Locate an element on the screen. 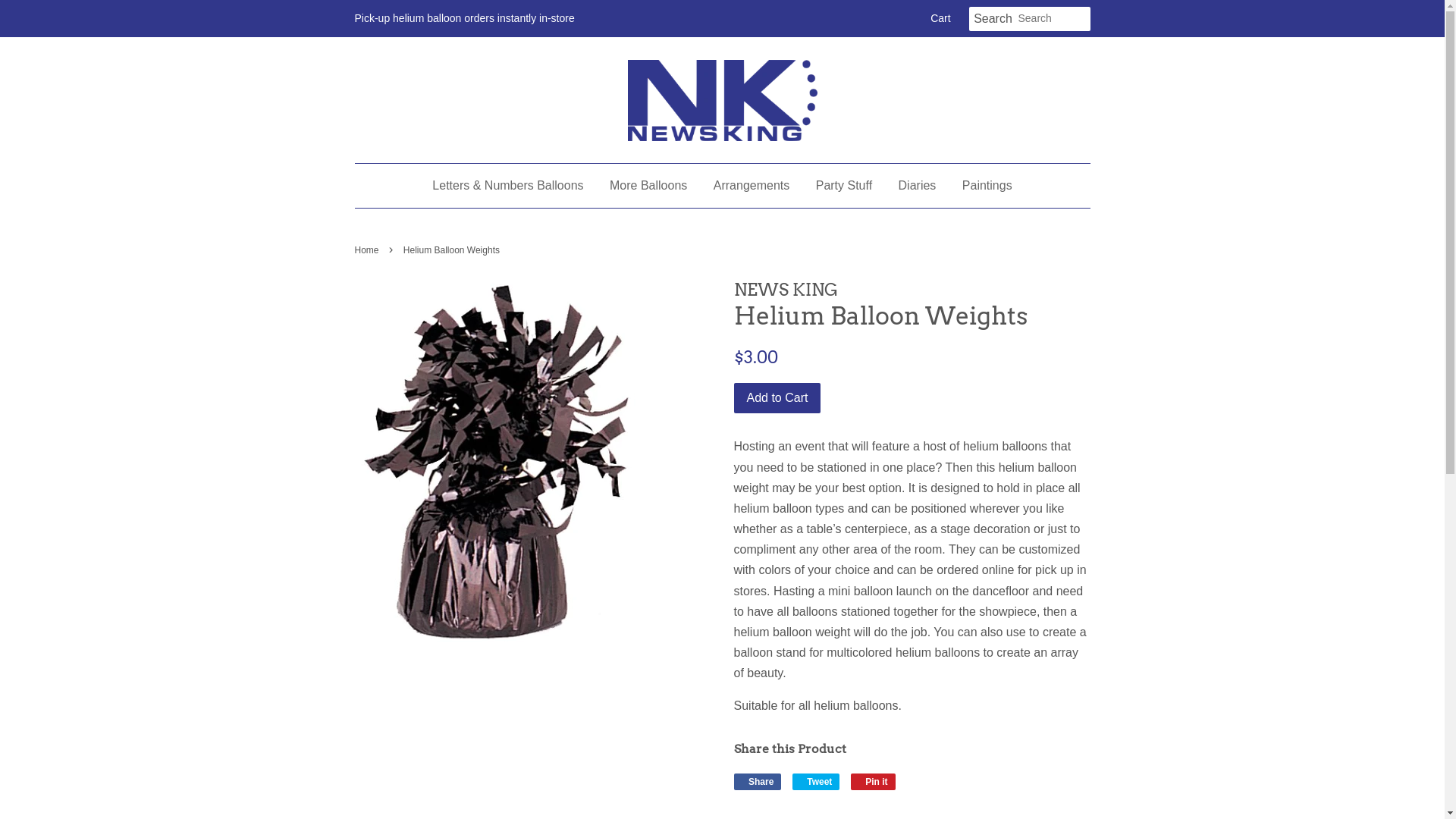 The image size is (1456, 819). 'Share is located at coordinates (758, 781).